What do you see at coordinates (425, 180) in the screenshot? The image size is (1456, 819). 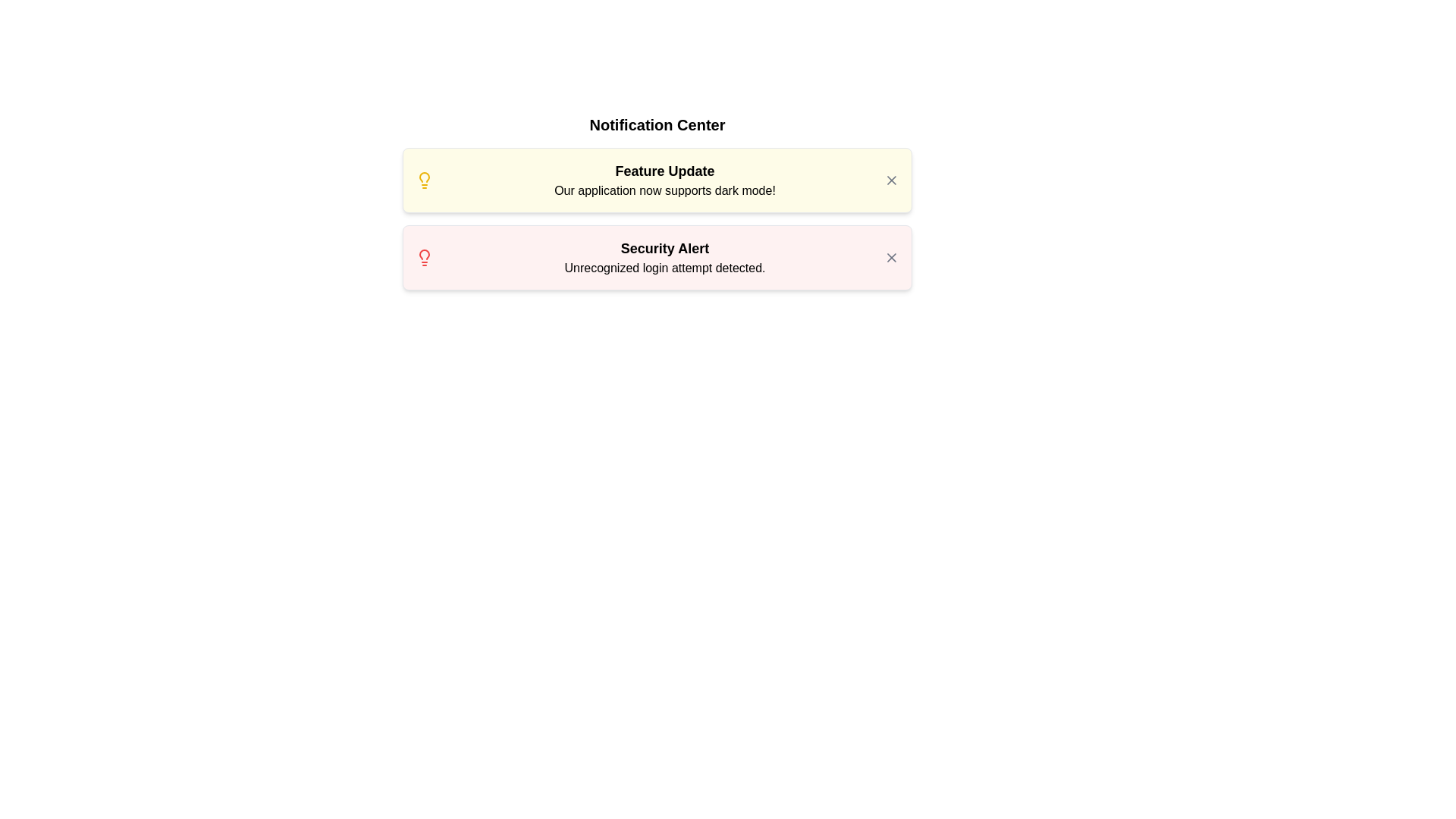 I see `the yellow lightbulb icon located at the top-left corner of the 'Feature Update' notification card, which has a pale yellow background` at bounding box center [425, 180].